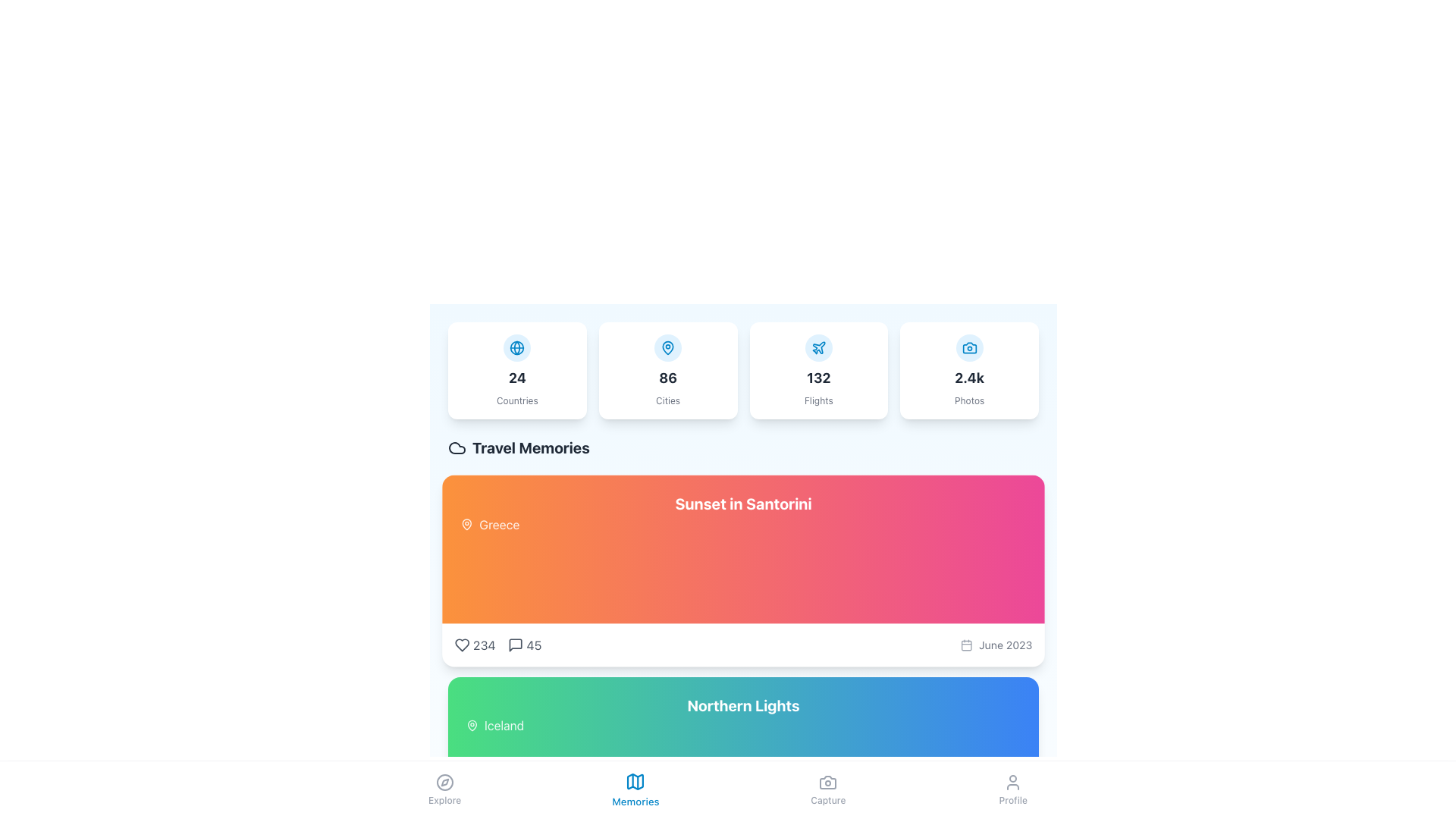  Describe the element at coordinates (499, 523) in the screenshot. I see `the text label displaying 'Greece' on an orange background` at that location.